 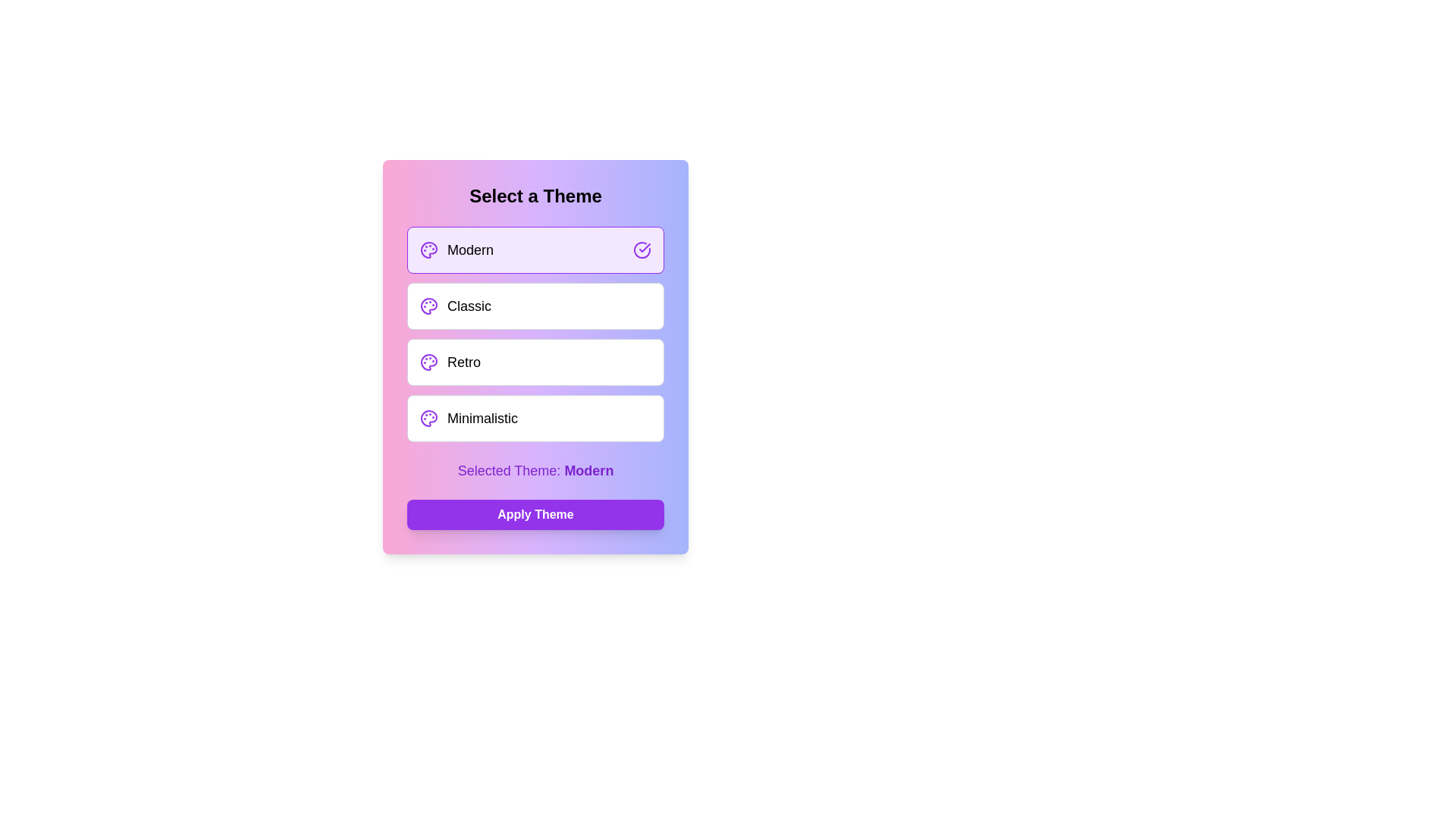 What do you see at coordinates (535, 195) in the screenshot?
I see `the heading text that describes the purpose of the interface for selecting a theme, which is located at the top of a card-like component centered on the page` at bounding box center [535, 195].